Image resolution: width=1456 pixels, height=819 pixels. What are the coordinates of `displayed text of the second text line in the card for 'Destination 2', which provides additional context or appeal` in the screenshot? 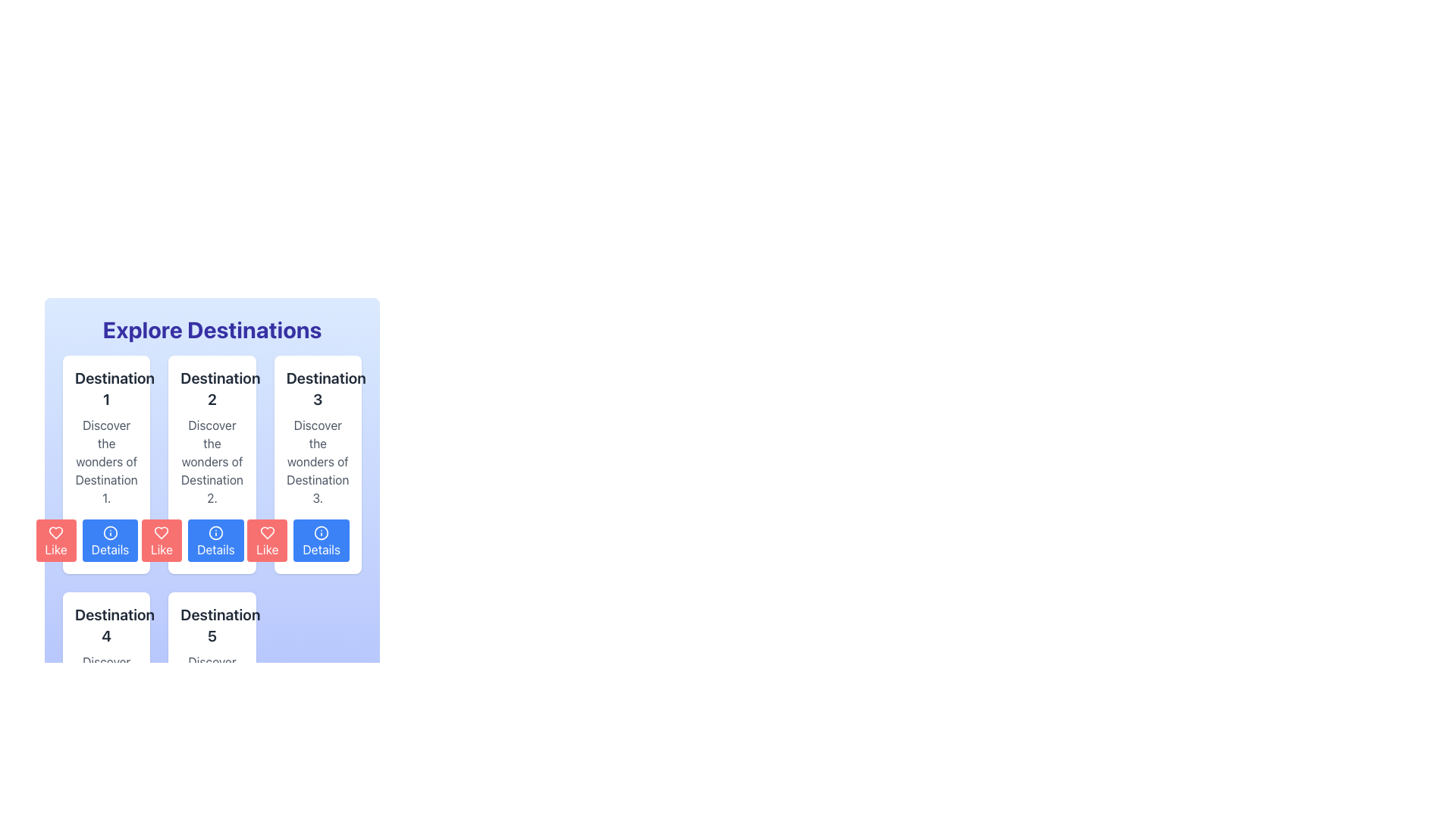 It's located at (211, 461).